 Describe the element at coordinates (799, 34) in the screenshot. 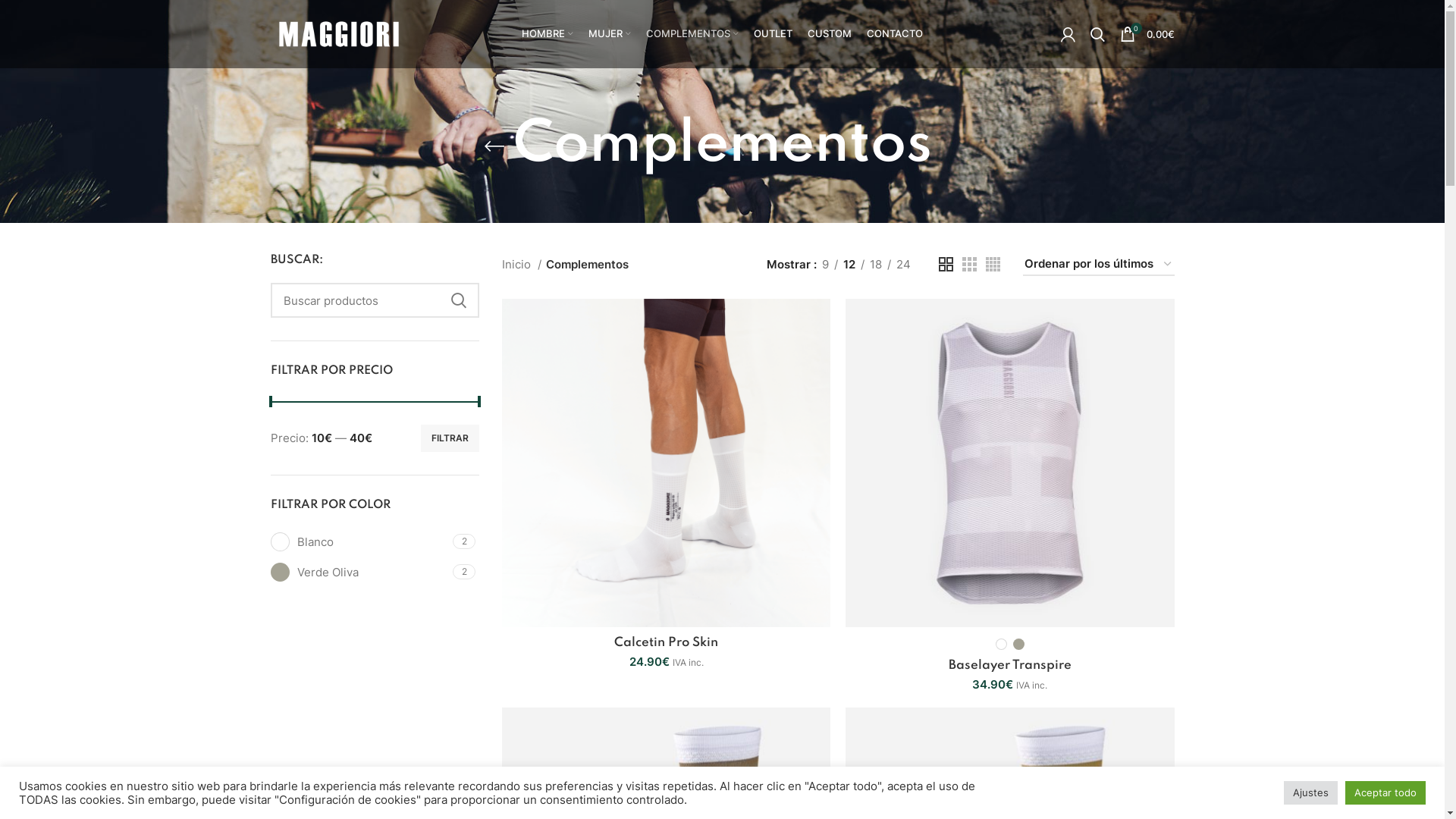

I see `'CUSTOM'` at that location.